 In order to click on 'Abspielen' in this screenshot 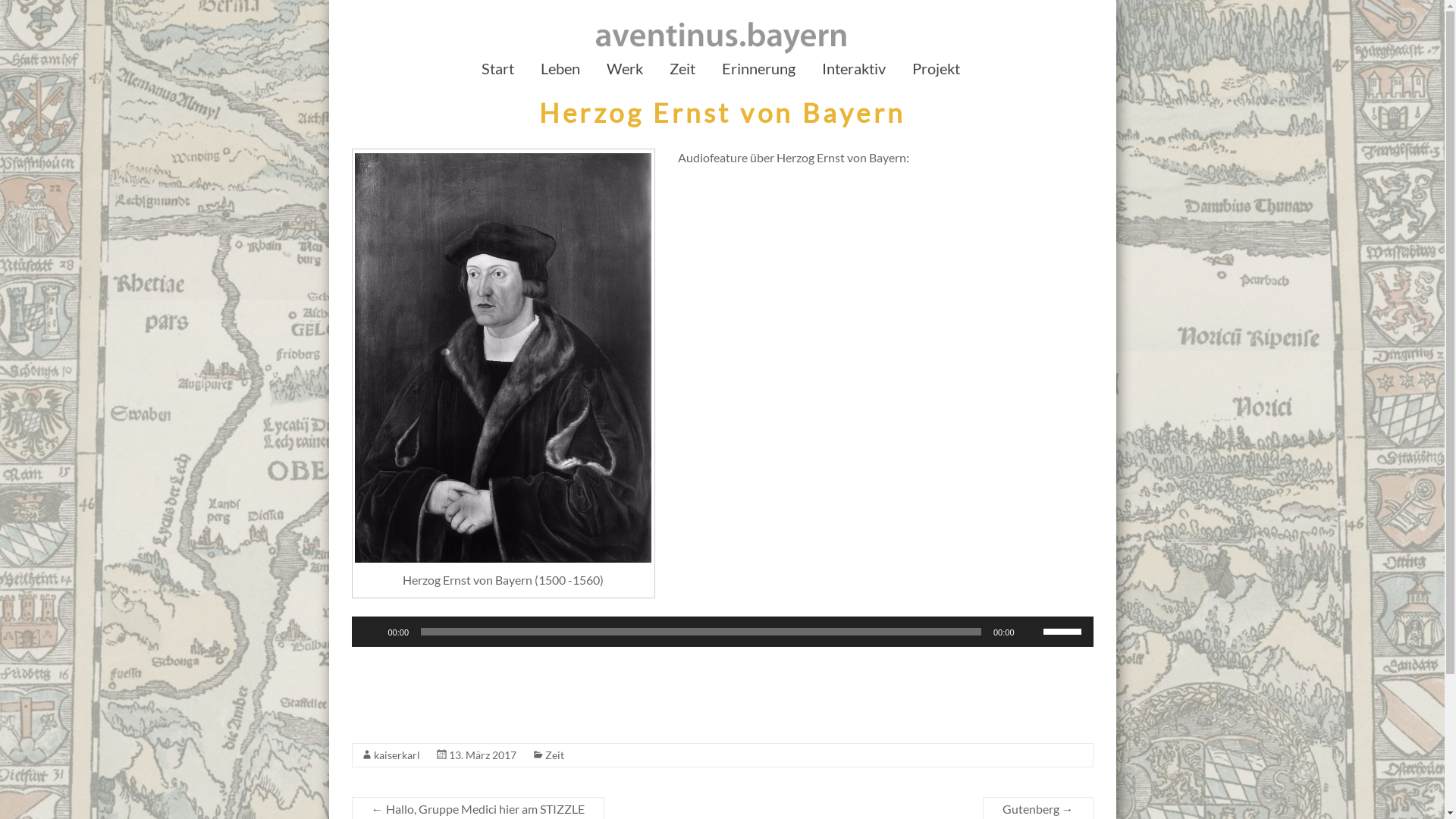, I will do `click(371, 632)`.